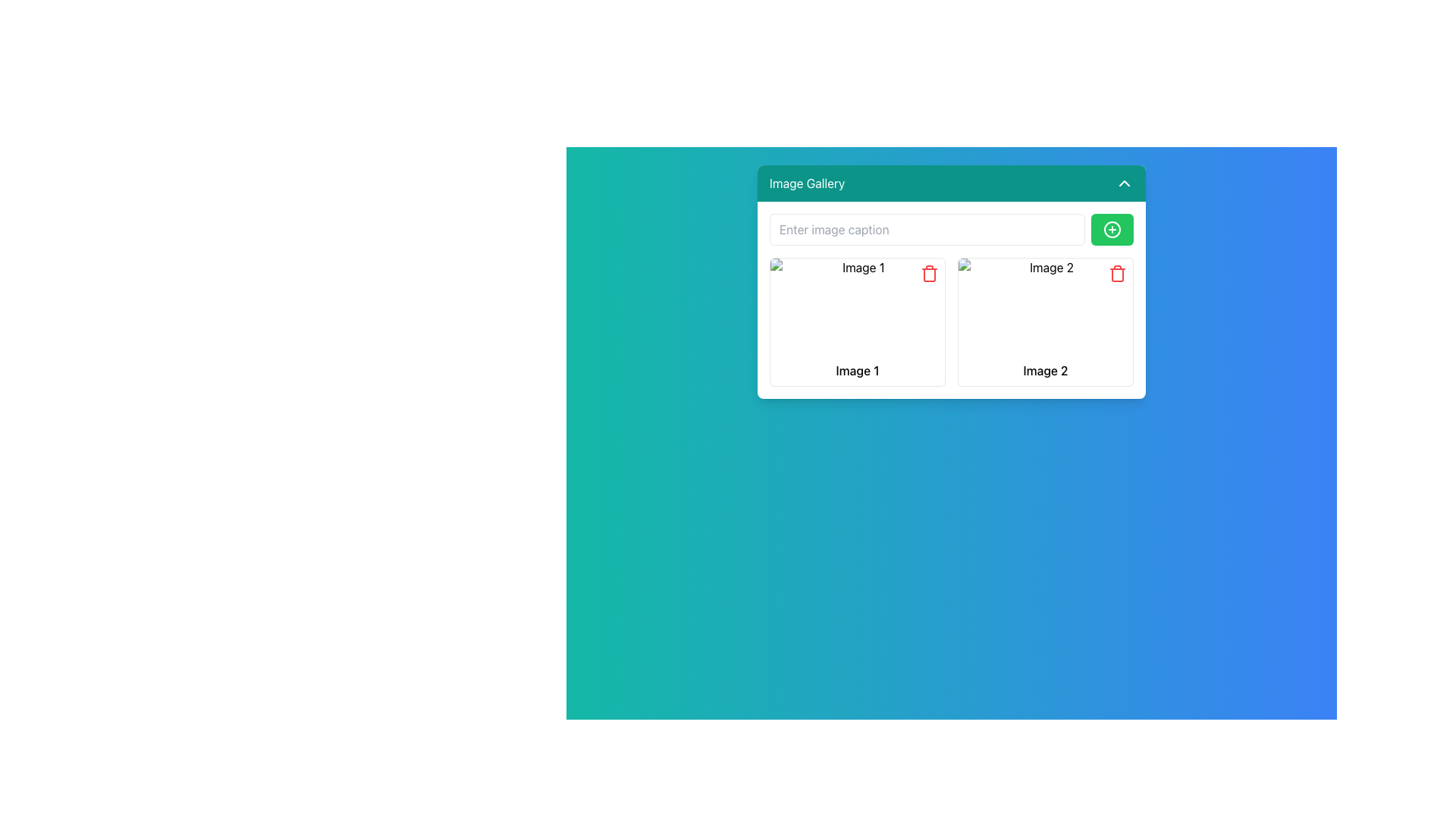 This screenshot has height=819, width=1456. What do you see at coordinates (1117, 275) in the screenshot?
I see `the delete button located in the top-right corner of the 'Image 2' box` at bounding box center [1117, 275].